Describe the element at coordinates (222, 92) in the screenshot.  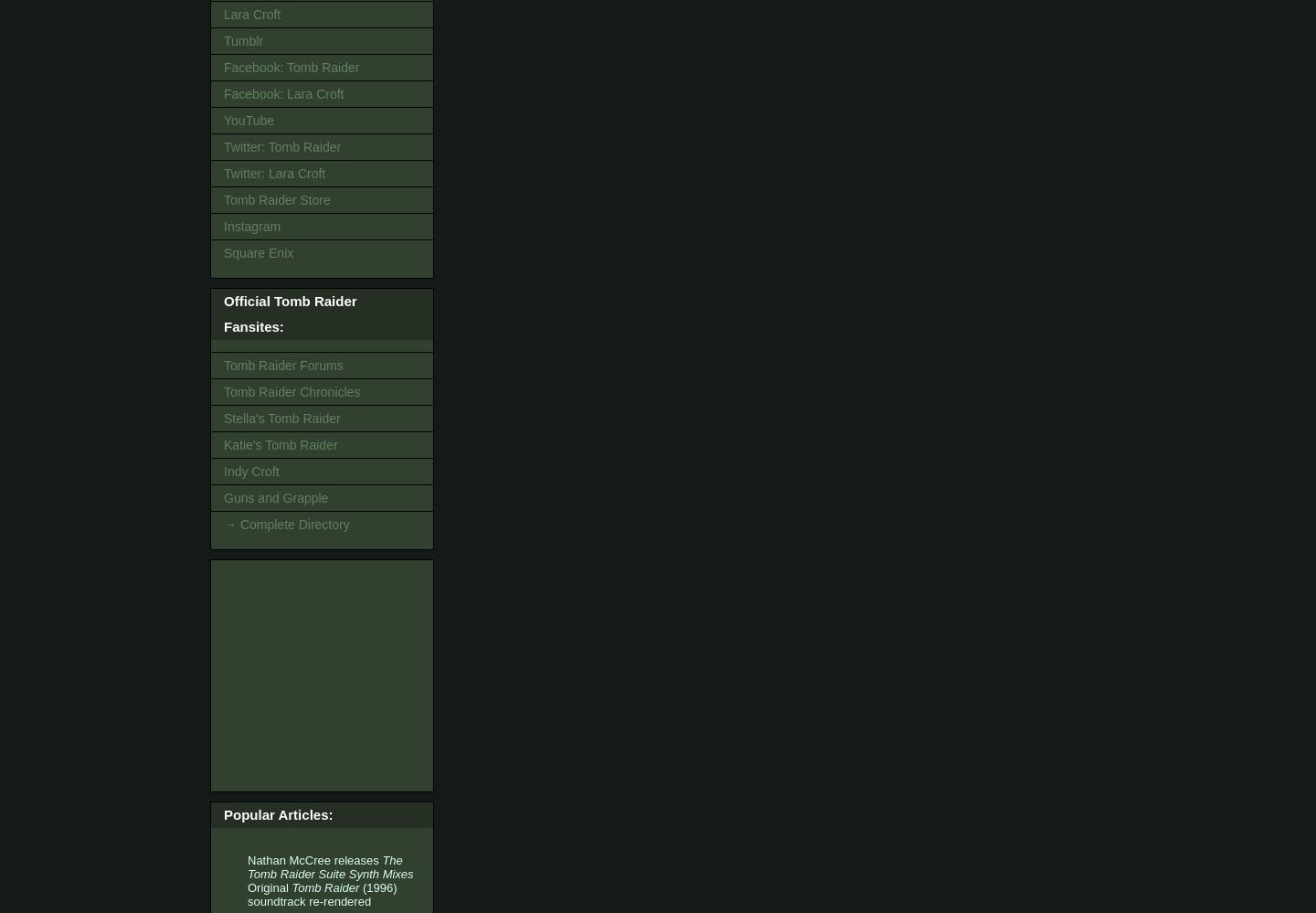
I see `'Facebook: Lara Croft'` at that location.